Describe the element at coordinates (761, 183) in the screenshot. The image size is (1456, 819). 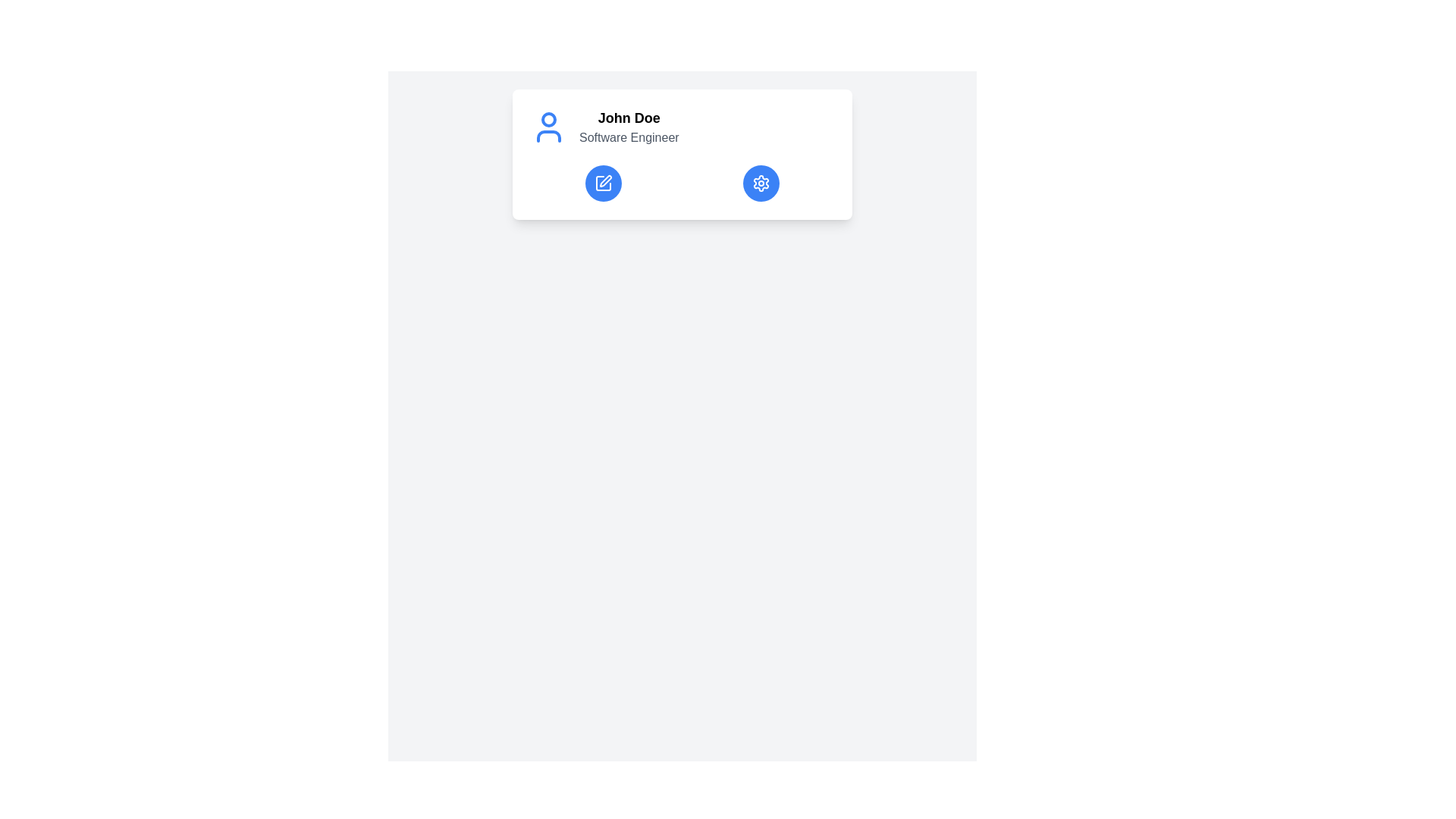
I see `the settings icon located within the button element on the right side of the rectangular card` at that location.